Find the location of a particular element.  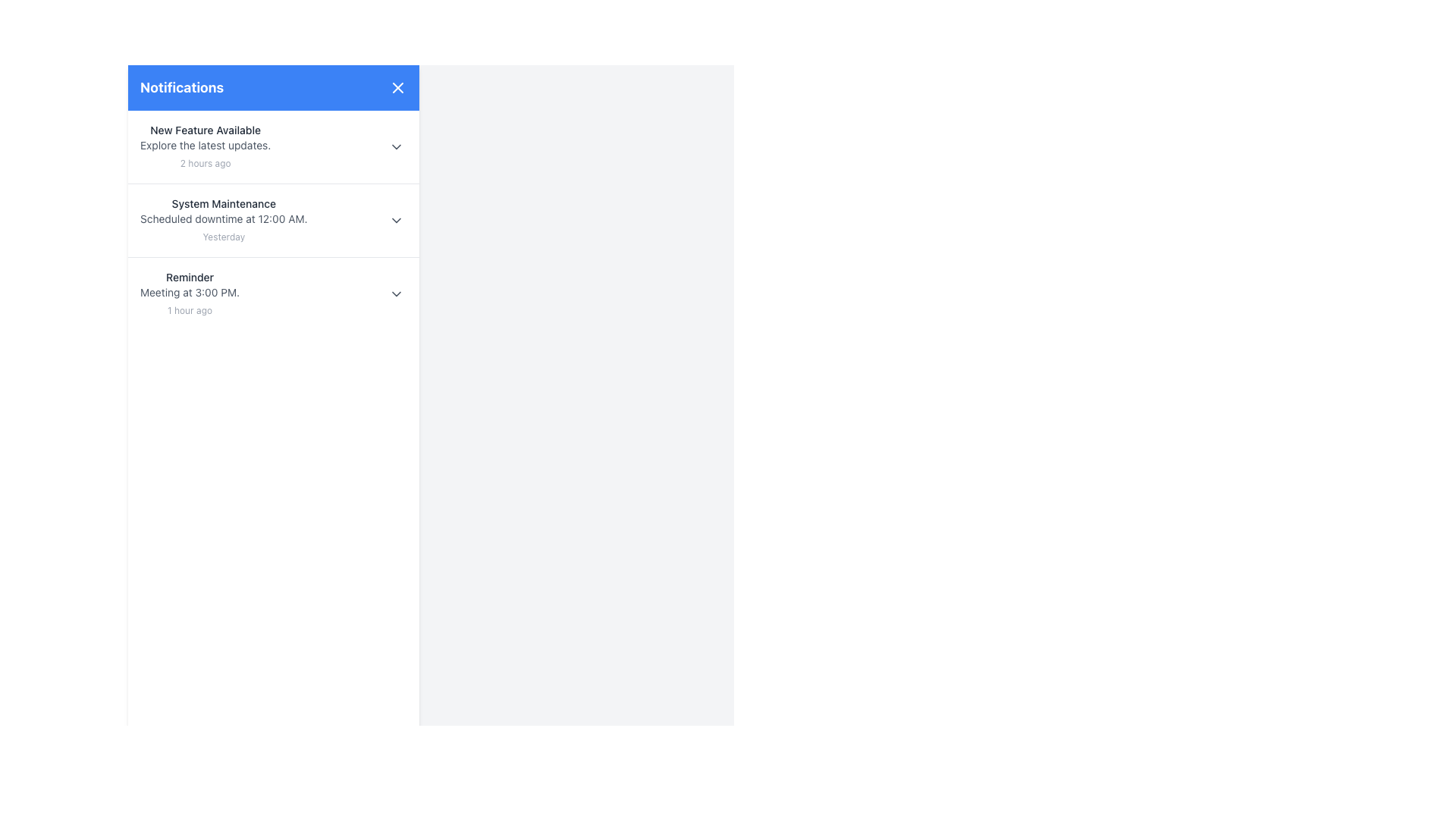

the static text label displaying the timestamp for the 'System Maintenance' notification, which is located at the bottom-right part of the notification card is located at coordinates (223, 237).